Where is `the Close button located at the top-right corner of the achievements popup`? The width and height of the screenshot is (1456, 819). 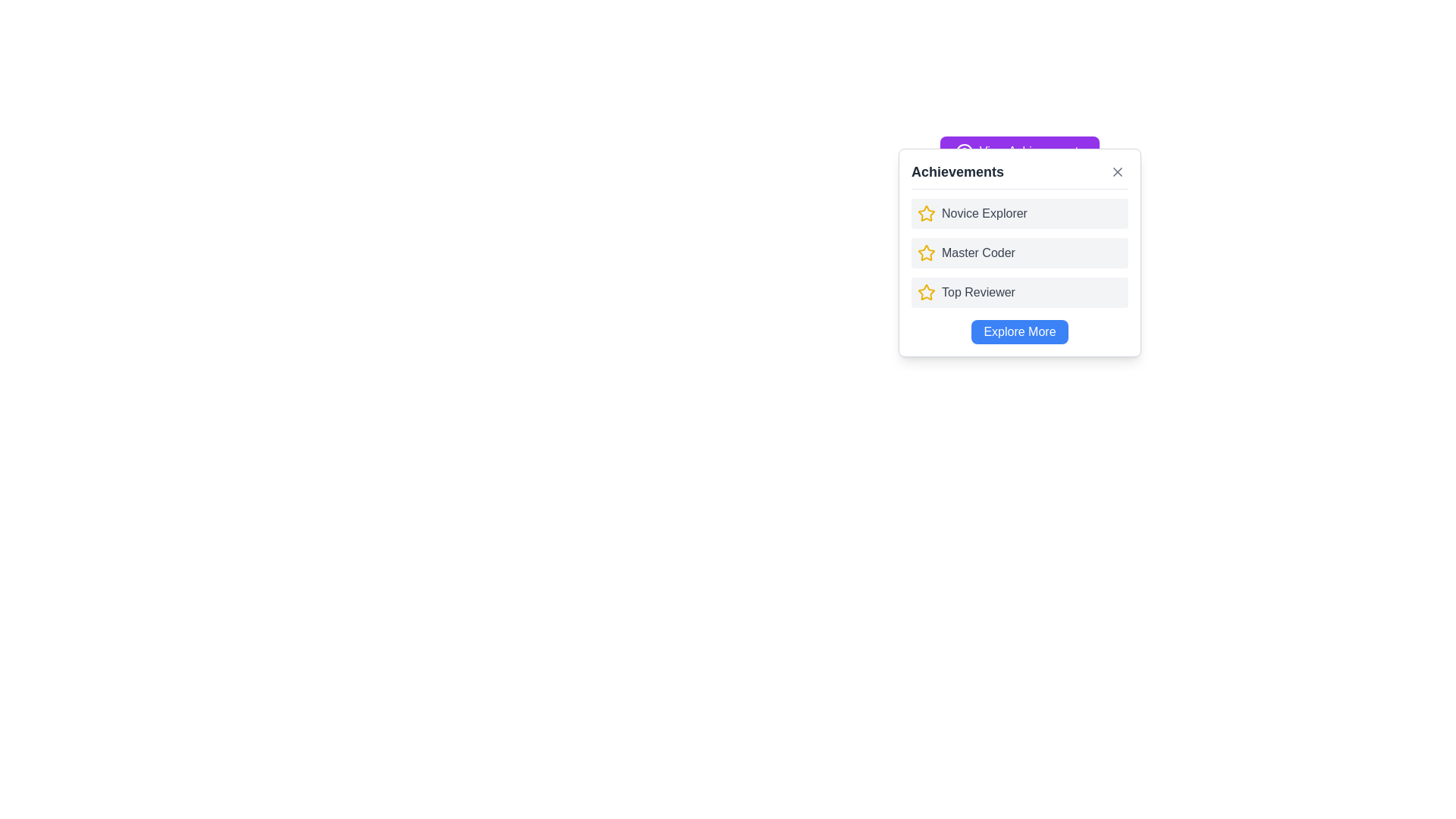 the Close button located at the top-right corner of the achievements popup is located at coordinates (1117, 171).